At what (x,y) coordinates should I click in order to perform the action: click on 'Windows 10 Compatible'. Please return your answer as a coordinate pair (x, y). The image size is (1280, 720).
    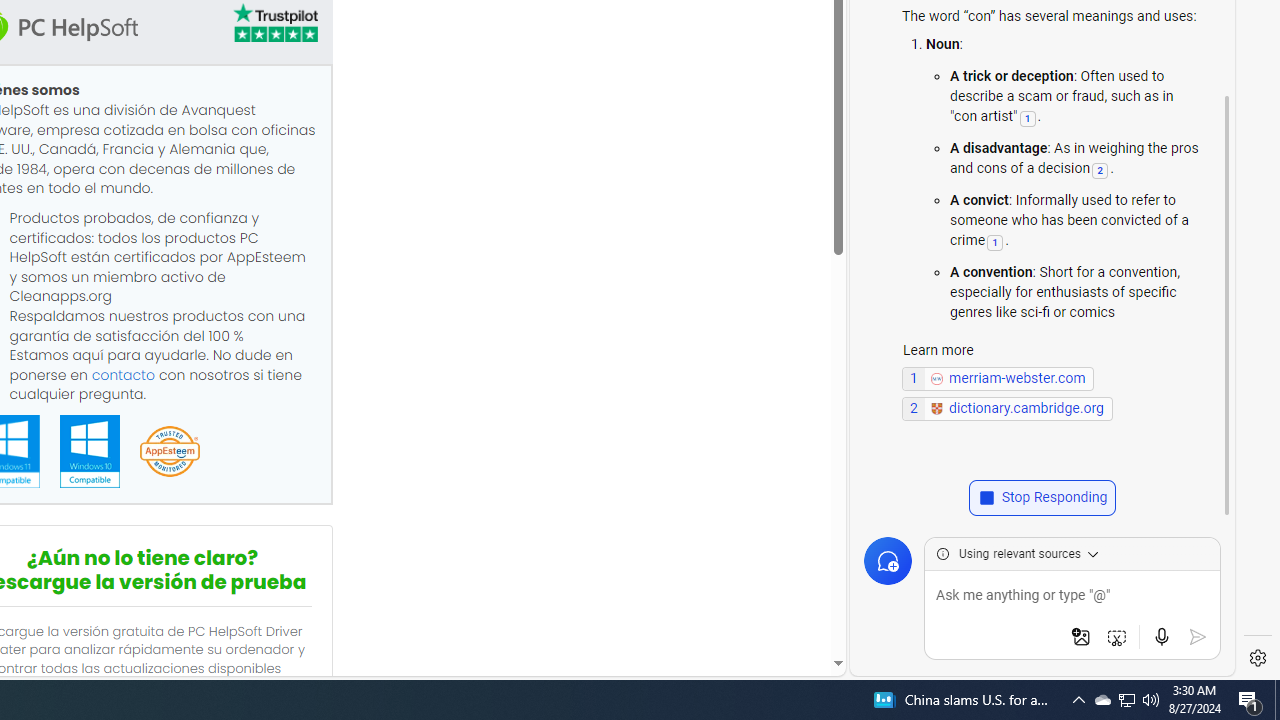
    Looking at the image, I should click on (88, 451).